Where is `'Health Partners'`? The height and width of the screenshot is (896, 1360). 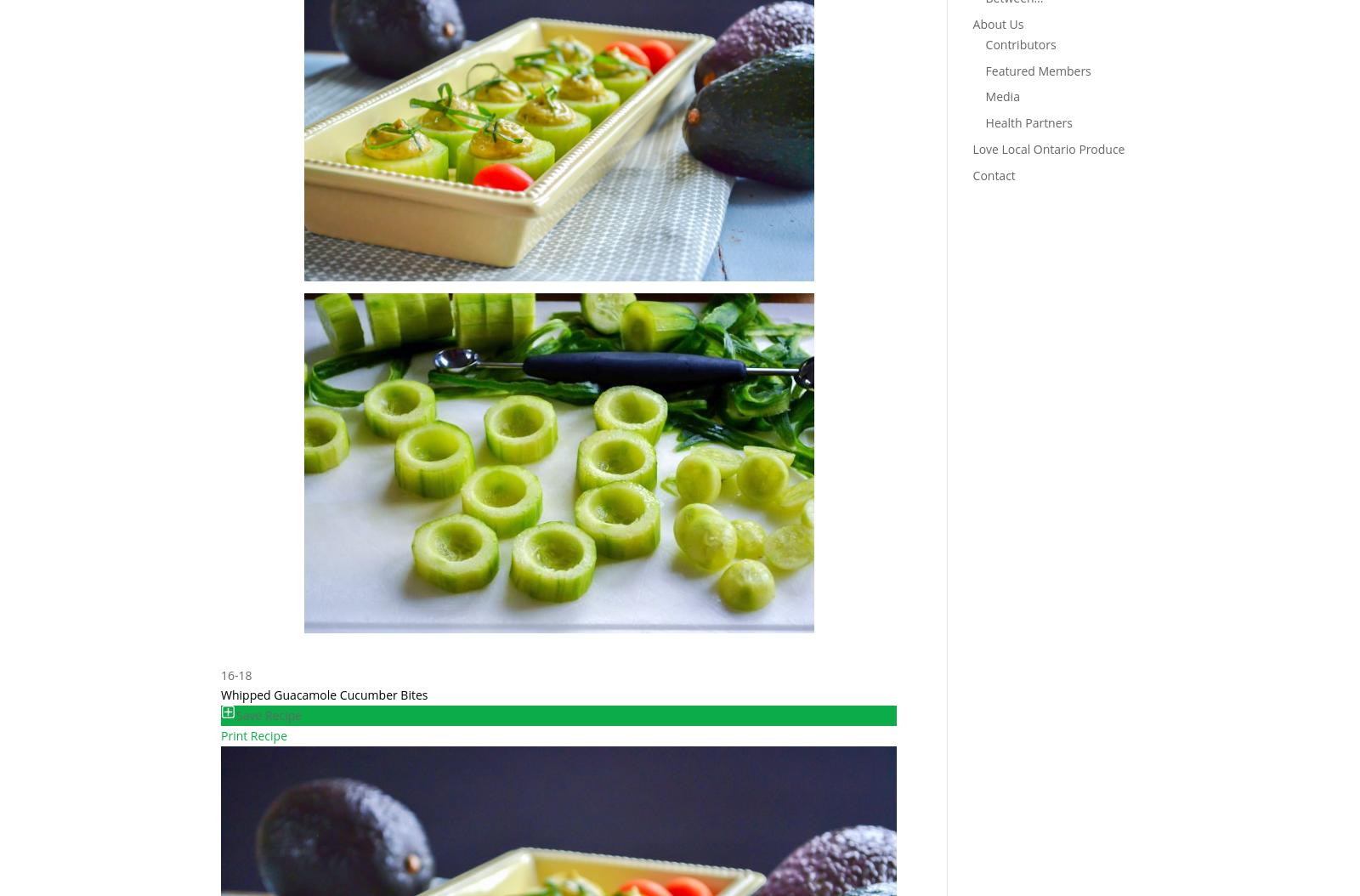 'Health Partners' is located at coordinates (1027, 122).